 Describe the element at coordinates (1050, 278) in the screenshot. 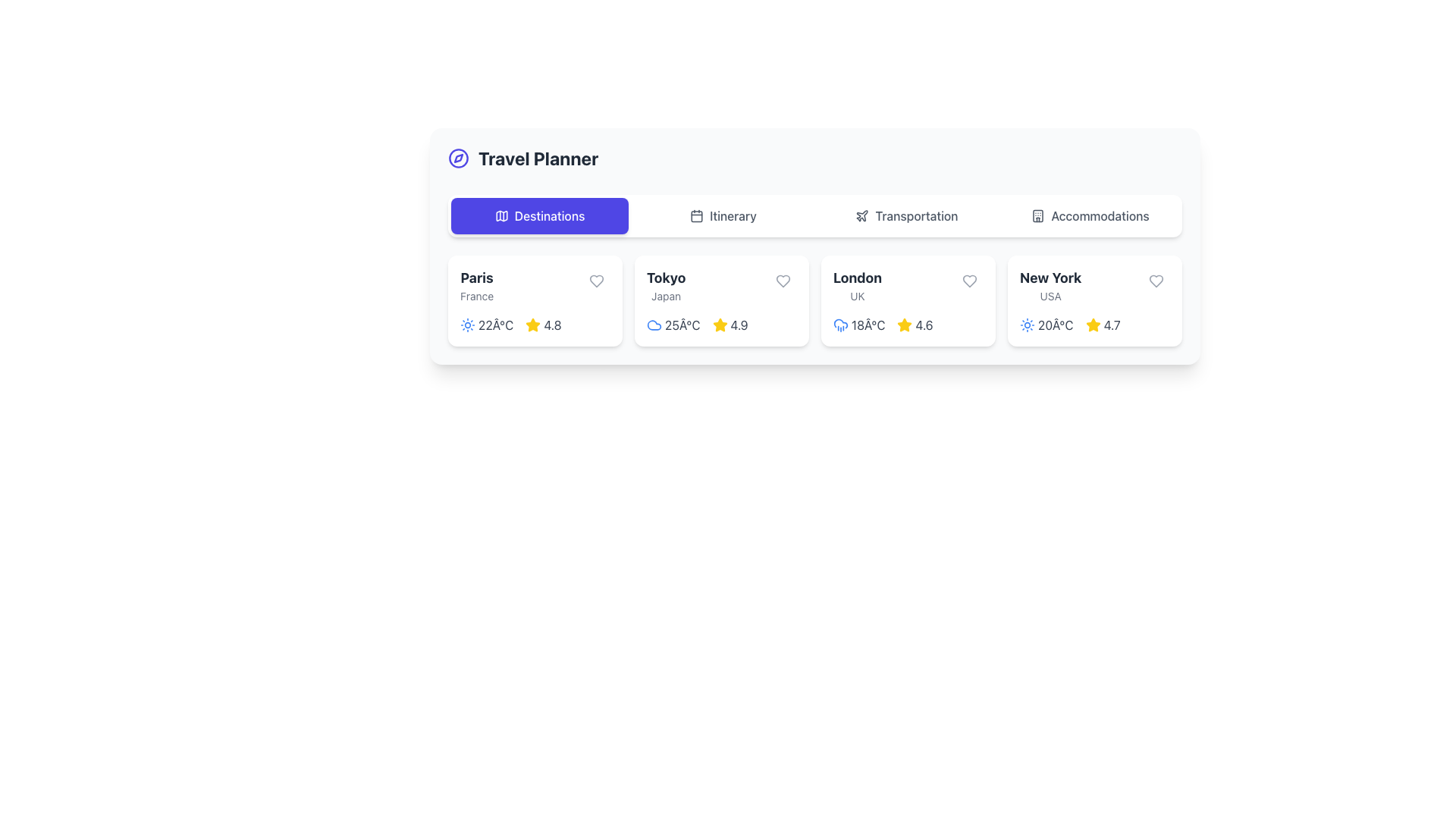

I see `text from the main identifier label of the card that displays the travel destination, which is 'New York', located at the top-left side of the card` at that location.